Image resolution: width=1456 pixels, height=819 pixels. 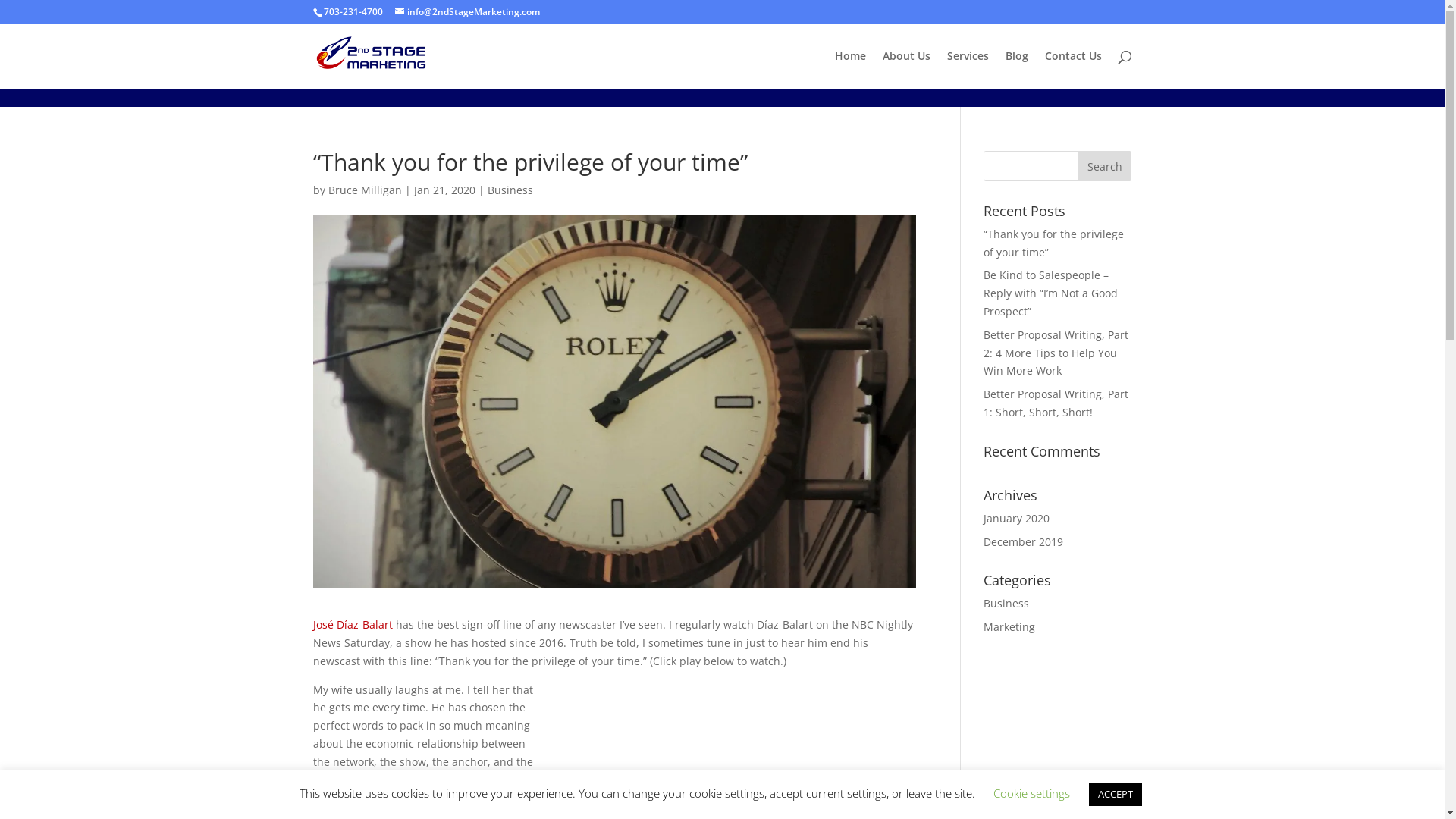 I want to click on 'December 2019', so click(x=1023, y=541).